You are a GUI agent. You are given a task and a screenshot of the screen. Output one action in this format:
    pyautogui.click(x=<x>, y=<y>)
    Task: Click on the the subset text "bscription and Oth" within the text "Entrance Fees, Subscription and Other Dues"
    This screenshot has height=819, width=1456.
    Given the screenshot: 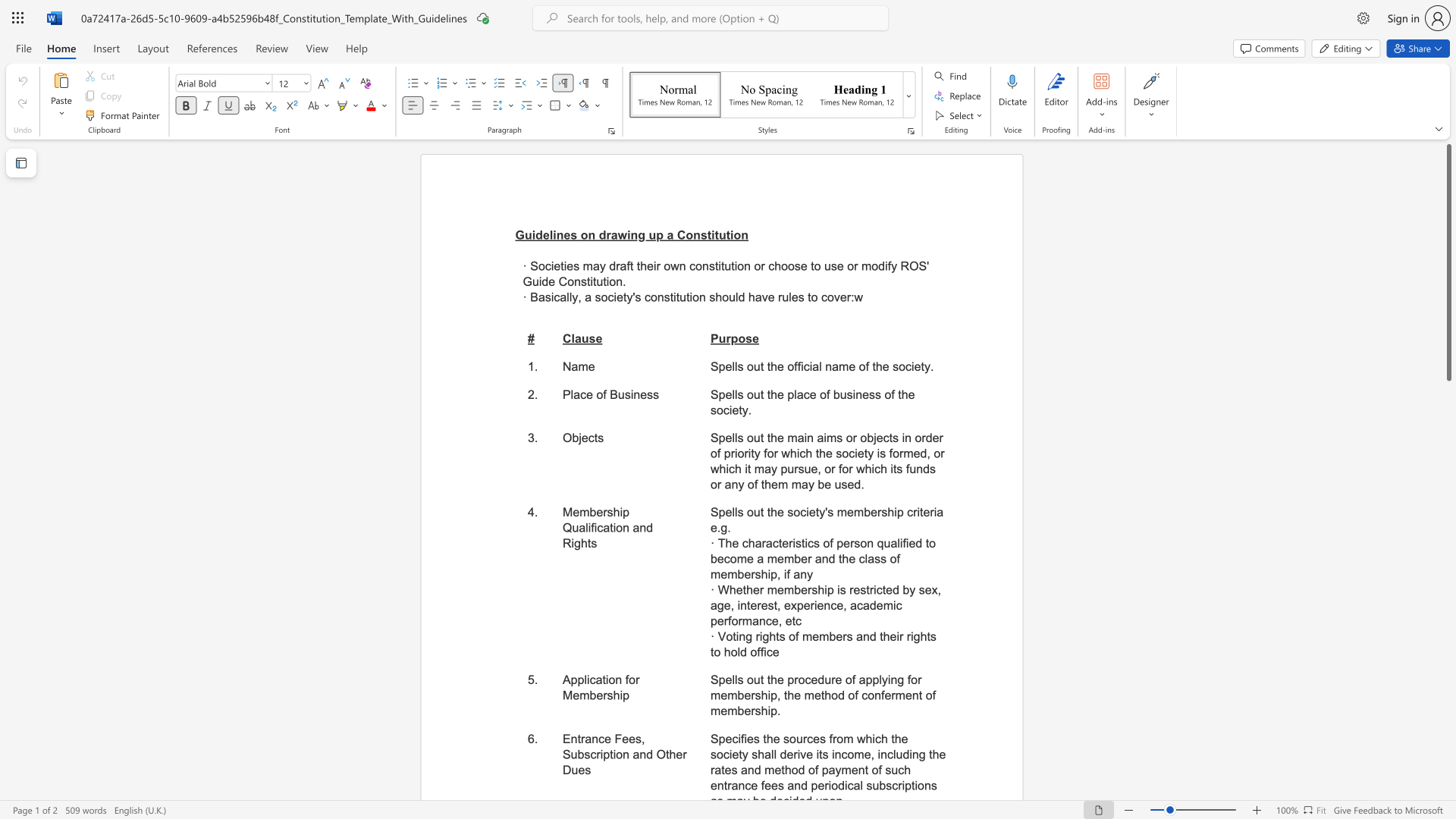 What is the action you would take?
    pyautogui.click(x=576, y=755)
    